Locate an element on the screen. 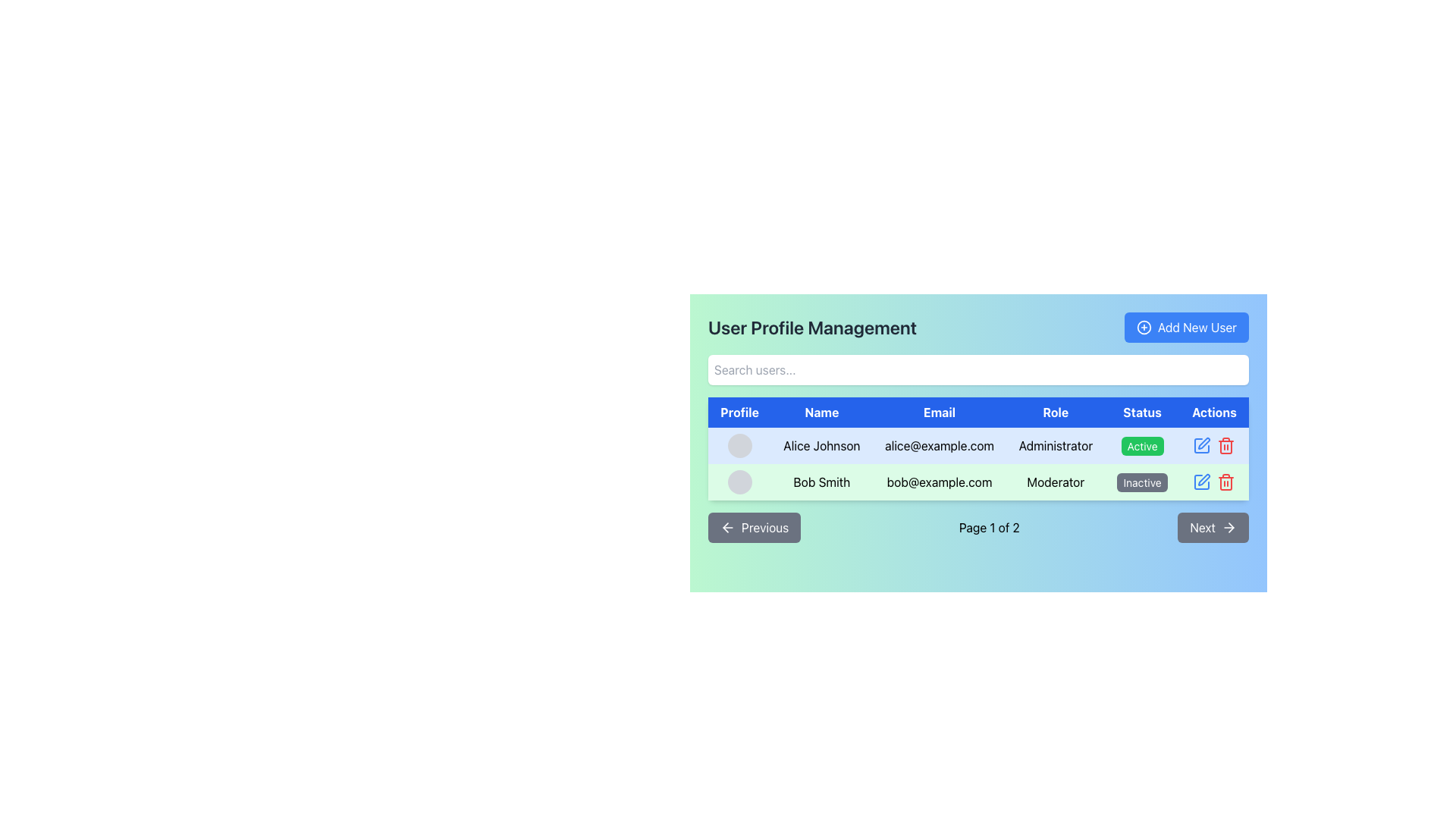 The image size is (1456, 819). the status label indicating that Alice Johnson is active, located in the Status column of the table is located at coordinates (1142, 444).